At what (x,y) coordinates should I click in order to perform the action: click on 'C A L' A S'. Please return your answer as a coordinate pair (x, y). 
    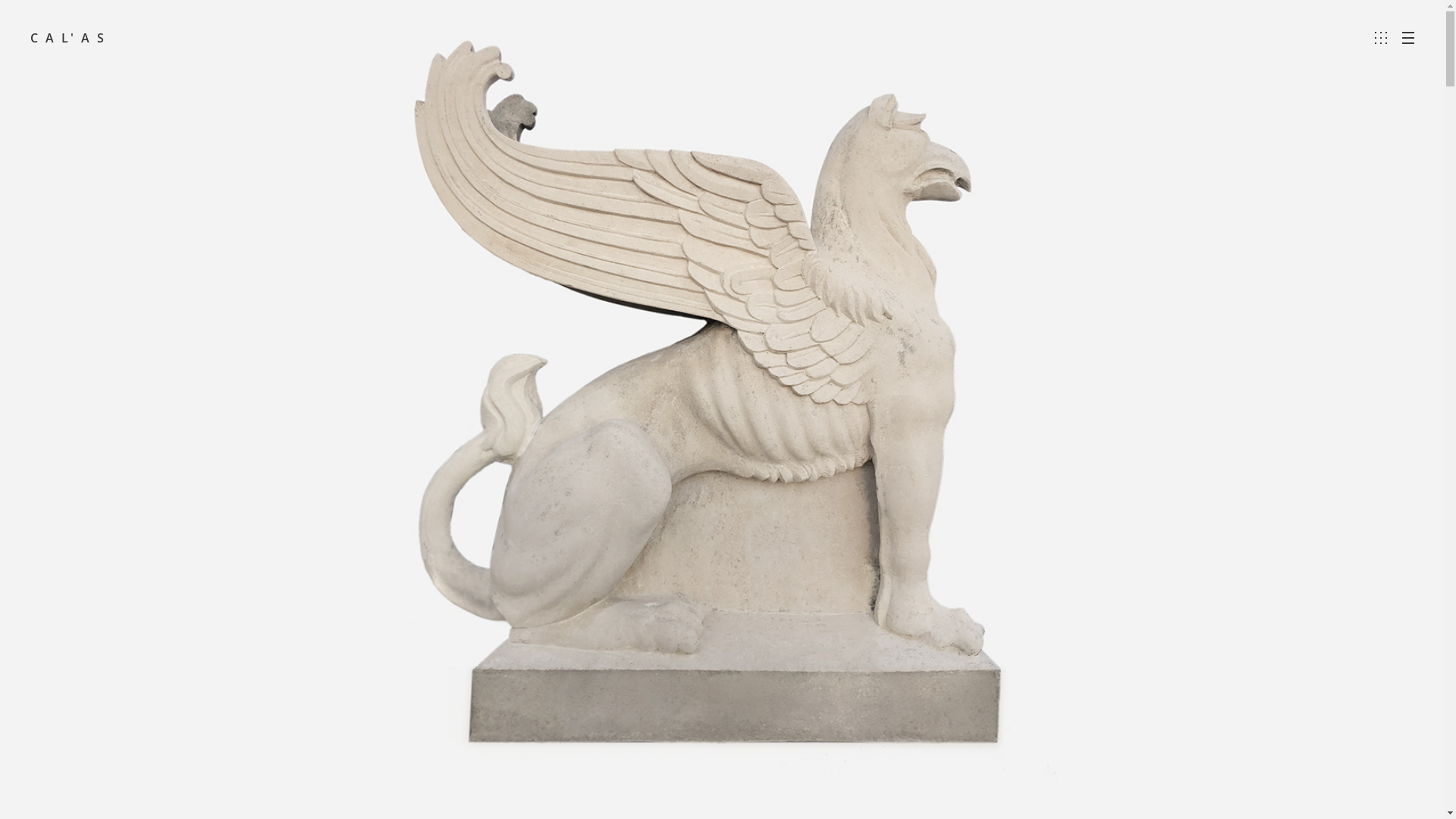
    Looking at the image, I should click on (67, 37).